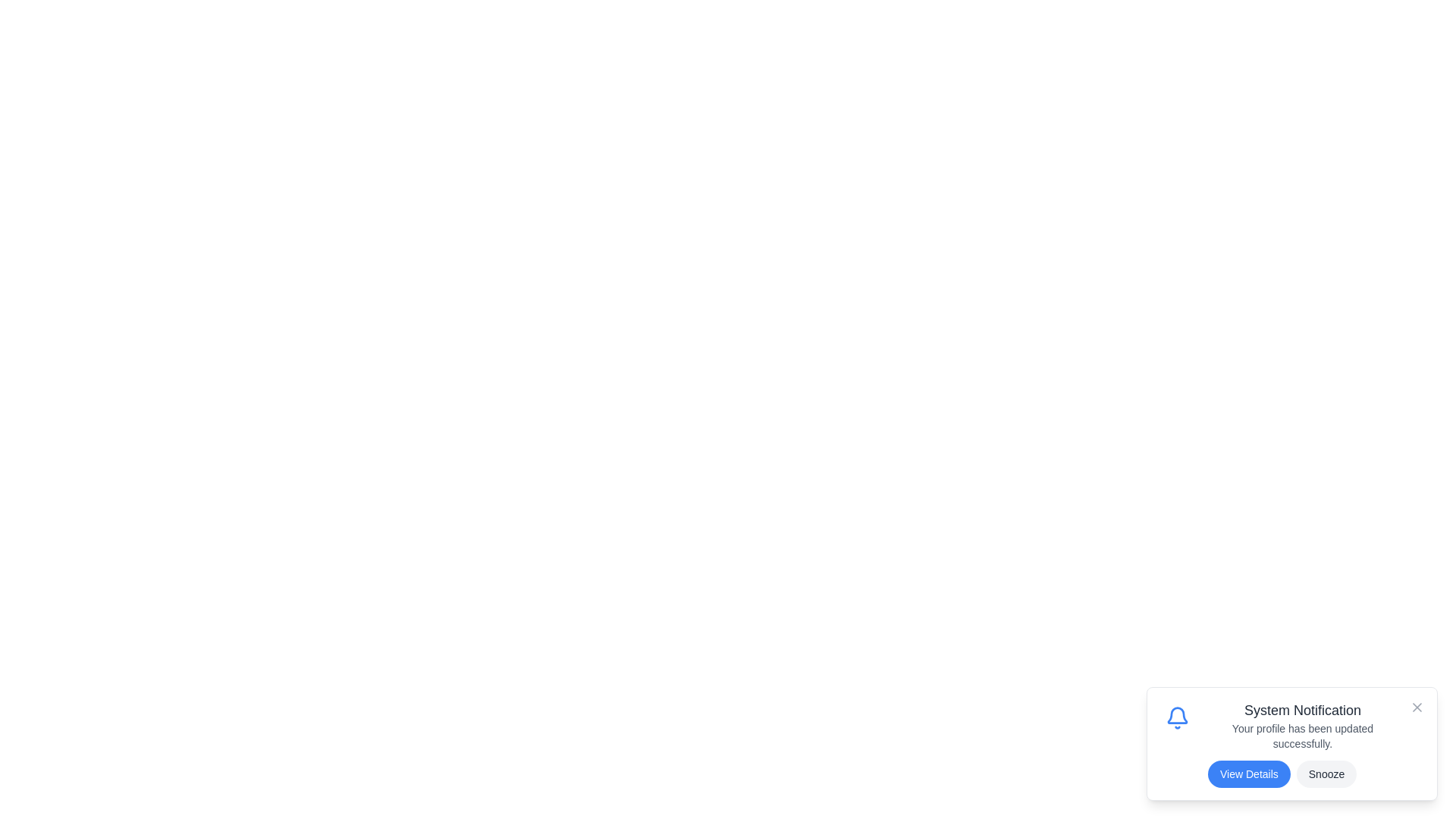 This screenshot has height=819, width=1456. Describe the element at coordinates (1302, 736) in the screenshot. I see `confirmation message text label that informs the user about the successful update of their profile, which is located centrally within the notification card, below the title 'System Notification'` at that location.